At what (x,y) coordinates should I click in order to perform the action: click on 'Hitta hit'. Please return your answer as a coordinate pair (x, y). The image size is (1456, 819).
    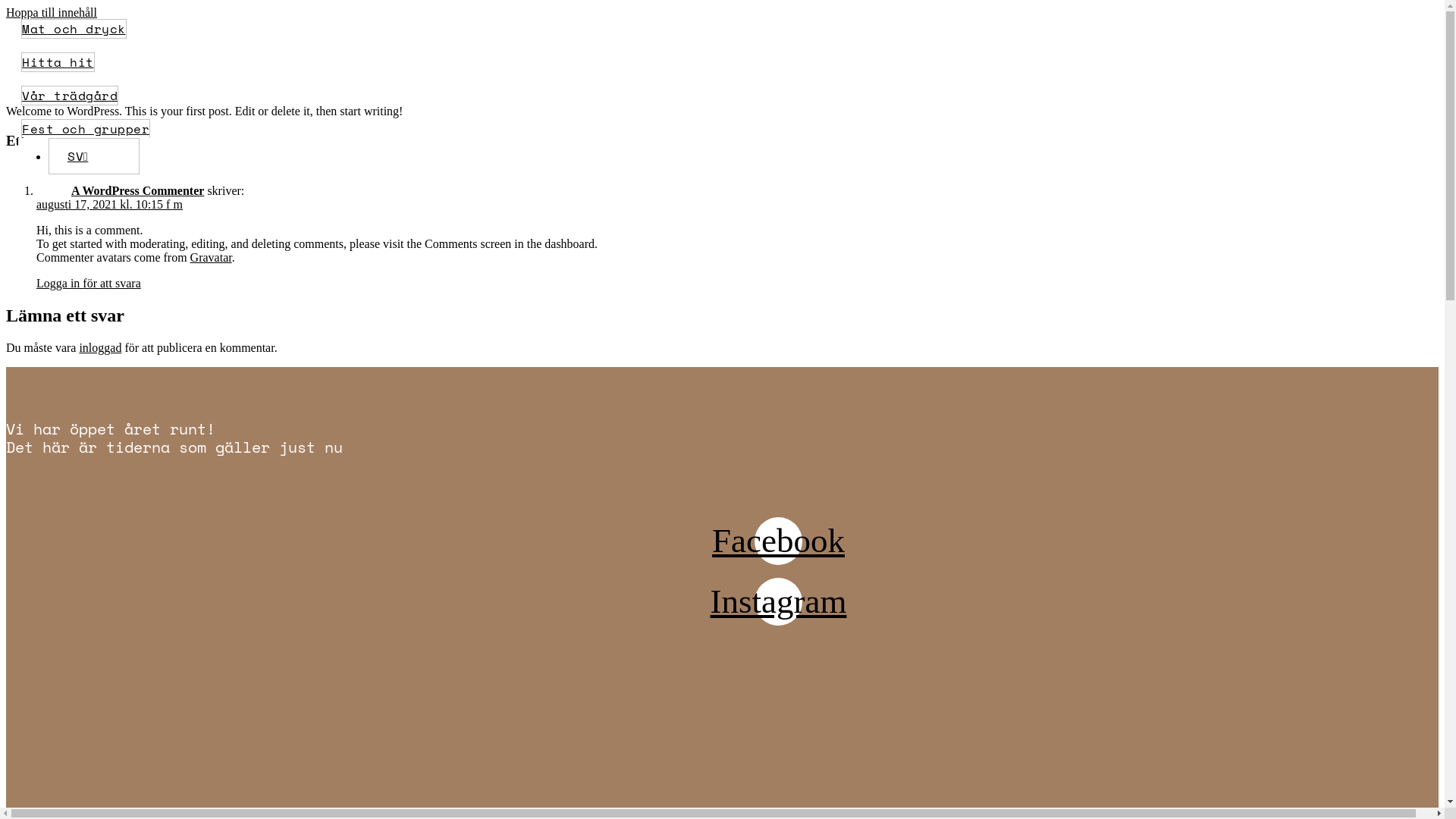
    Looking at the image, I should click on (58, 61).